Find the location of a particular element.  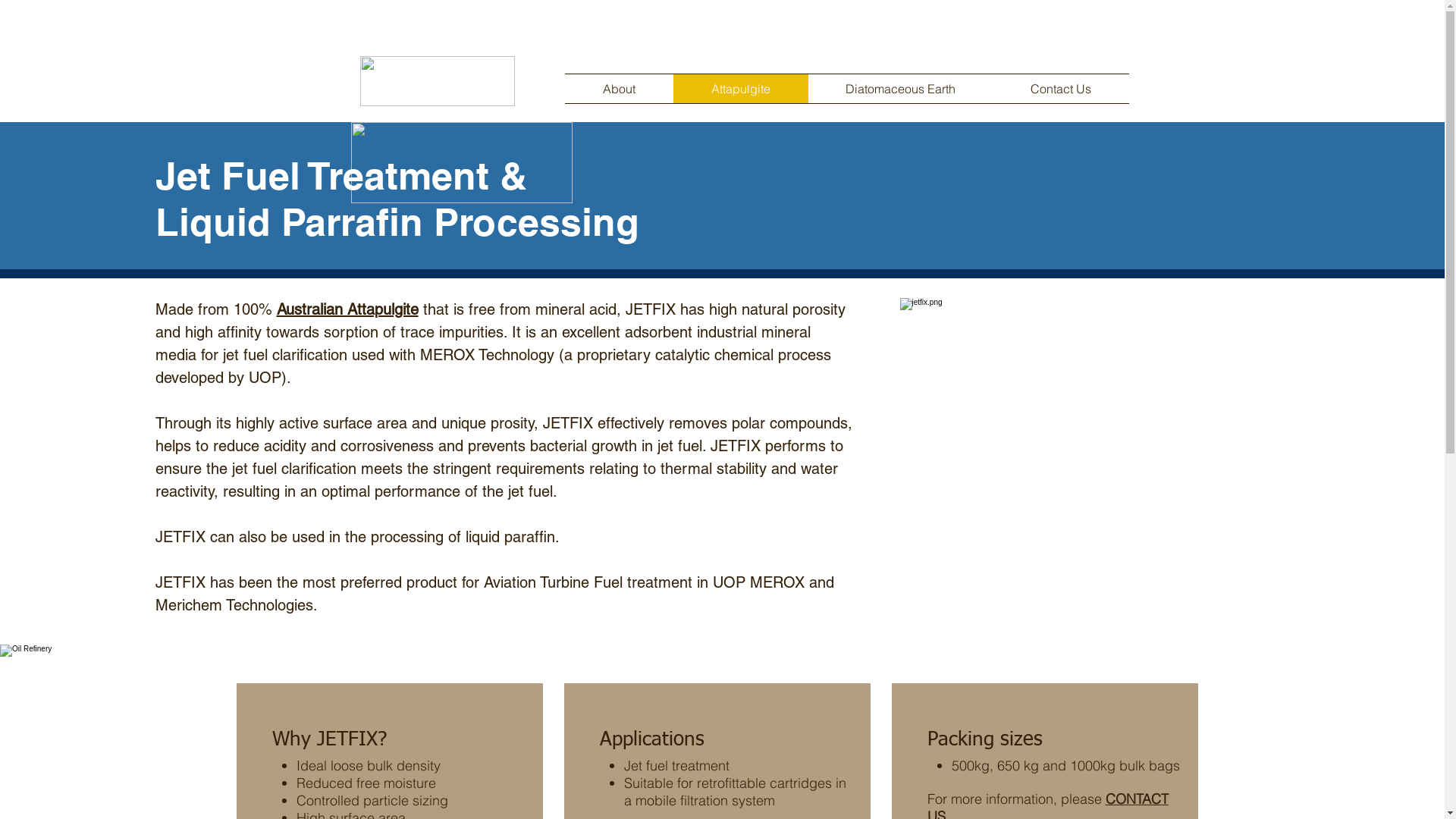

'About' is located at coordinates (618, 88).